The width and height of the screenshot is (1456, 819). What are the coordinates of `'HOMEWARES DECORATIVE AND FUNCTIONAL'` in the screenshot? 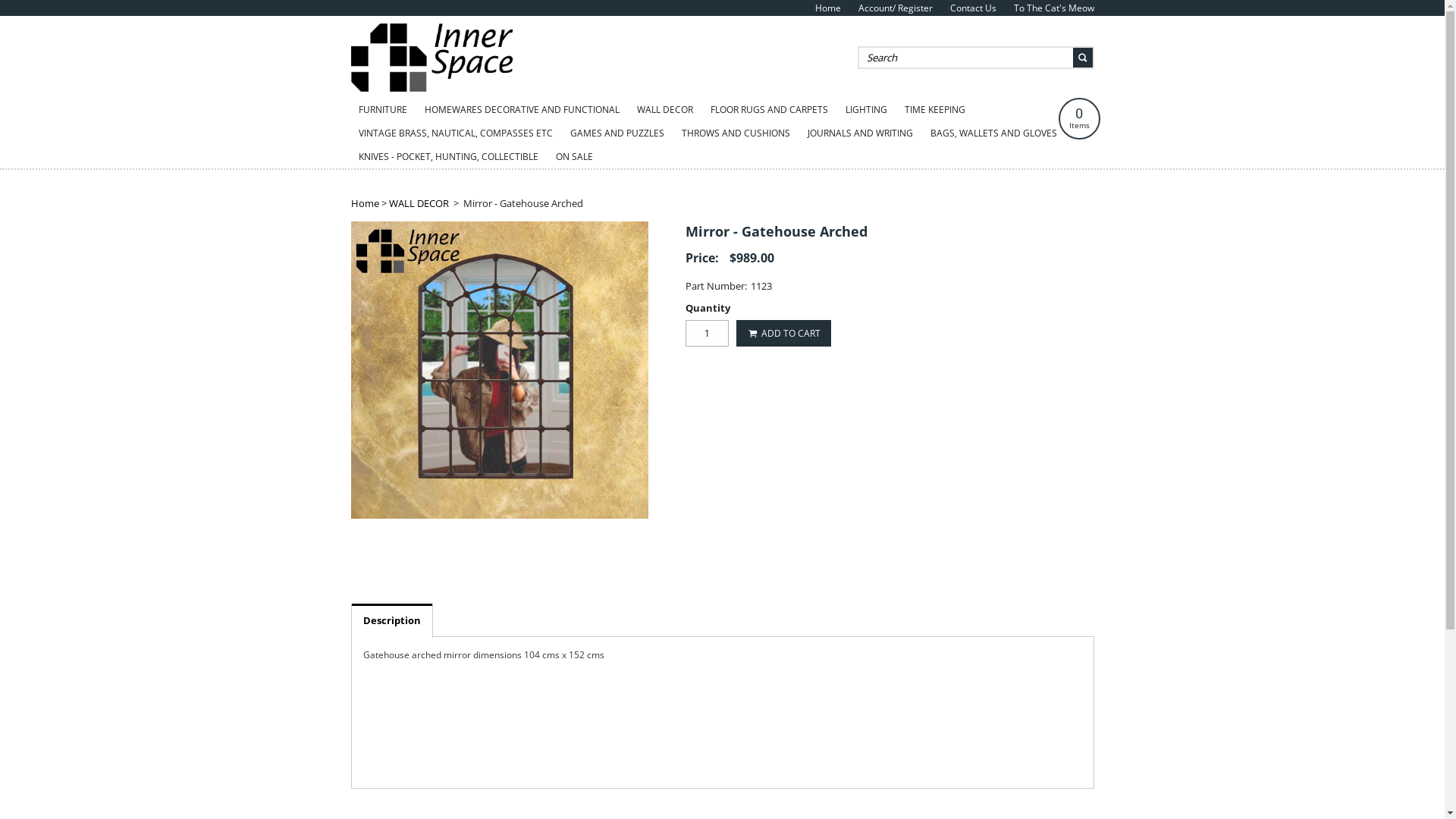 It's located at (522, 109).